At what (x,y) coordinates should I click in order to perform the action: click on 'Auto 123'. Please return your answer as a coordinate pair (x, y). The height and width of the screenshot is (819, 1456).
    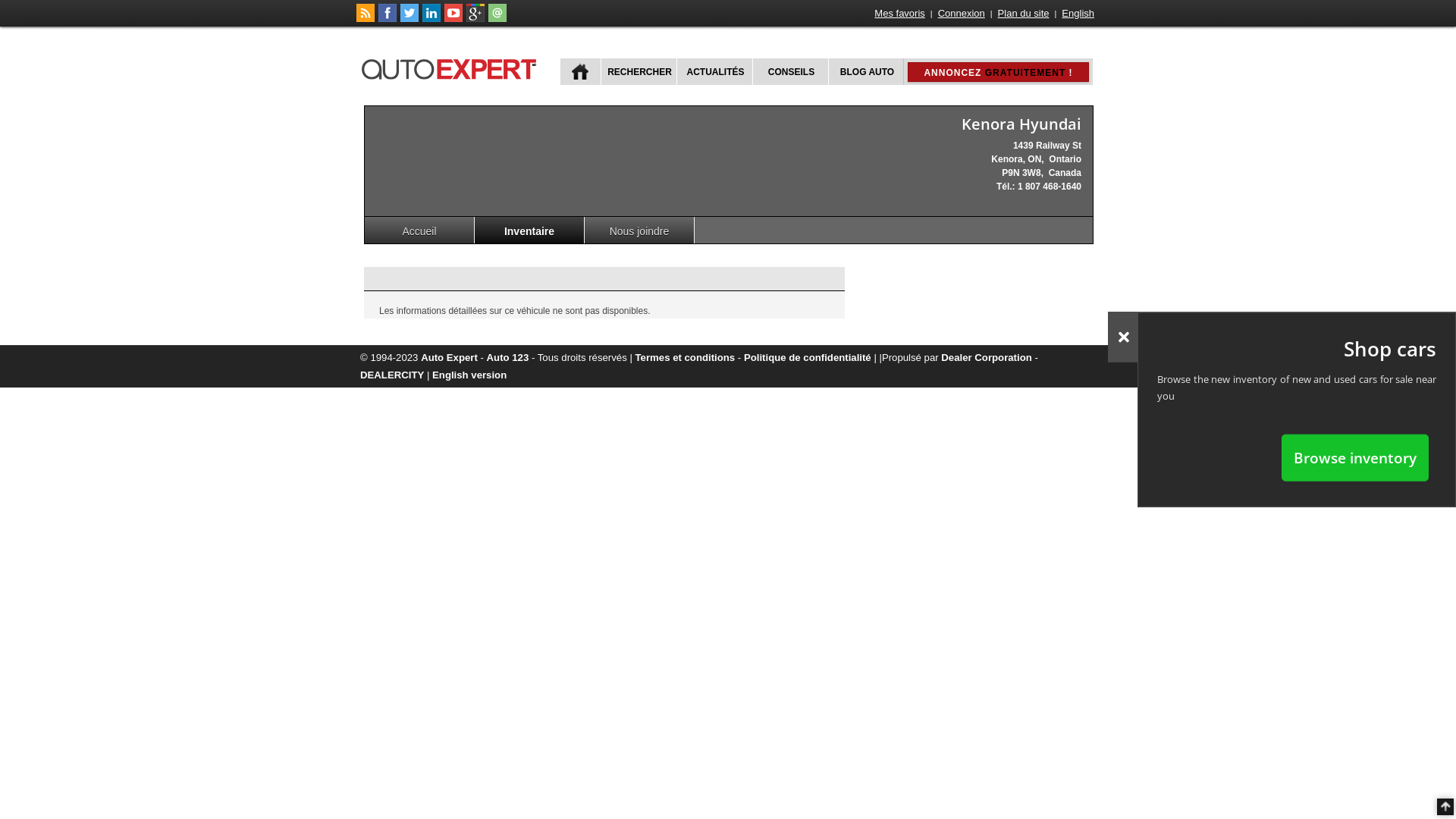
    Looking at the image, I should click on (508, 357).